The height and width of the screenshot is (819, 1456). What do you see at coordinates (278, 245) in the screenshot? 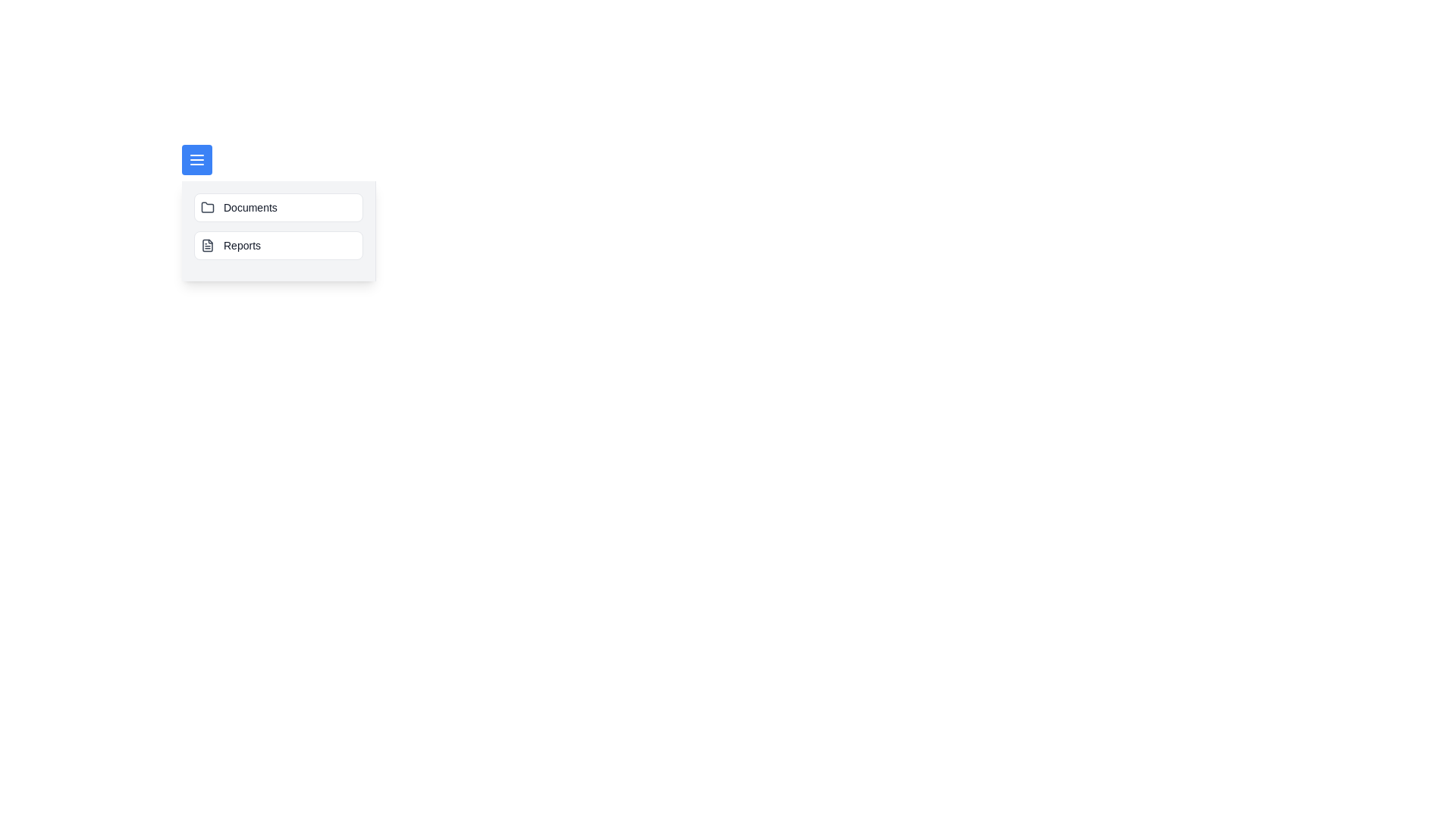
I see `the category Reports from the side menu` at bounding box center [278, 245].